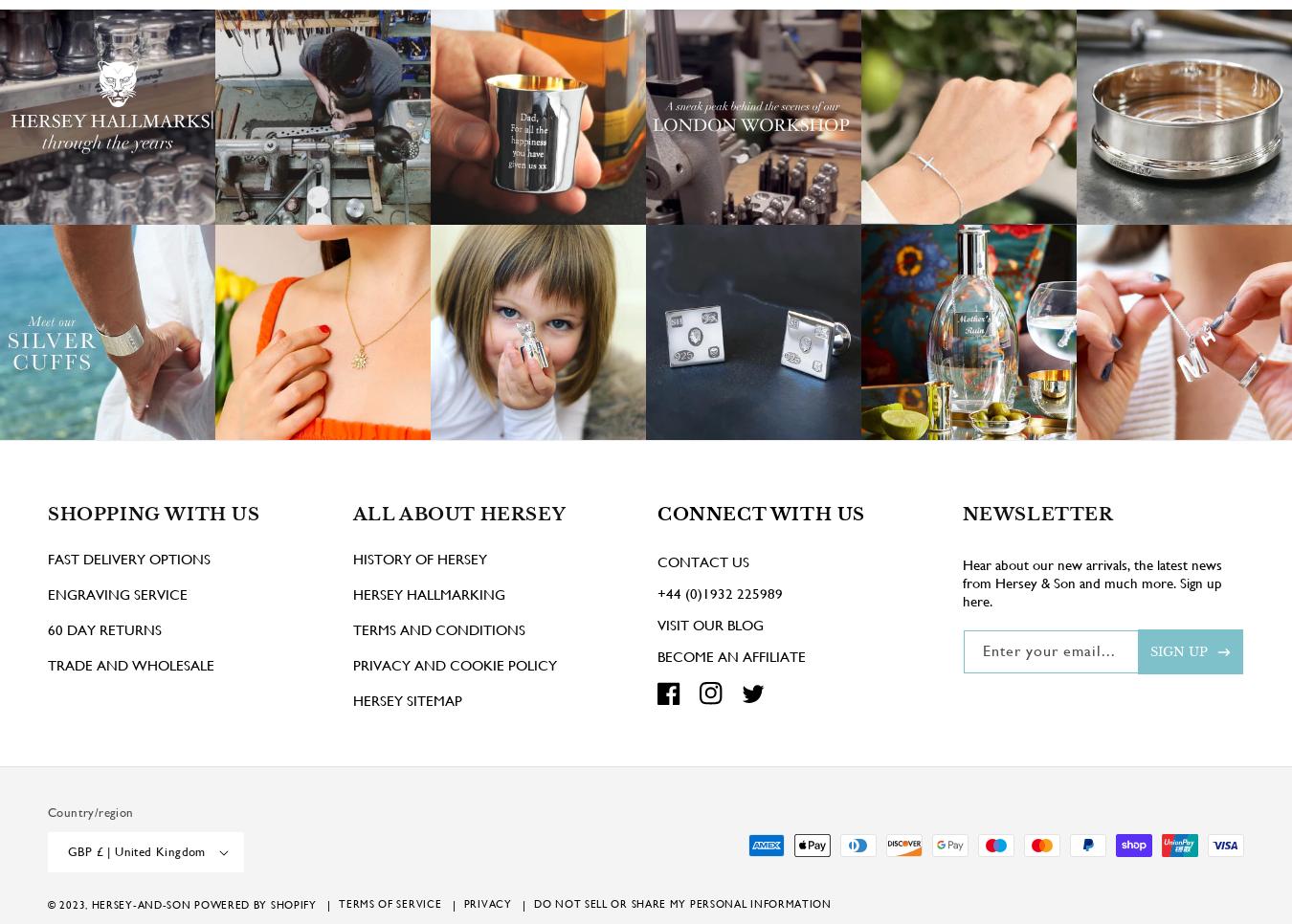 This screenshot has width=1292, height=924. I want to click on 'Sign Up', so click(1178, 677).